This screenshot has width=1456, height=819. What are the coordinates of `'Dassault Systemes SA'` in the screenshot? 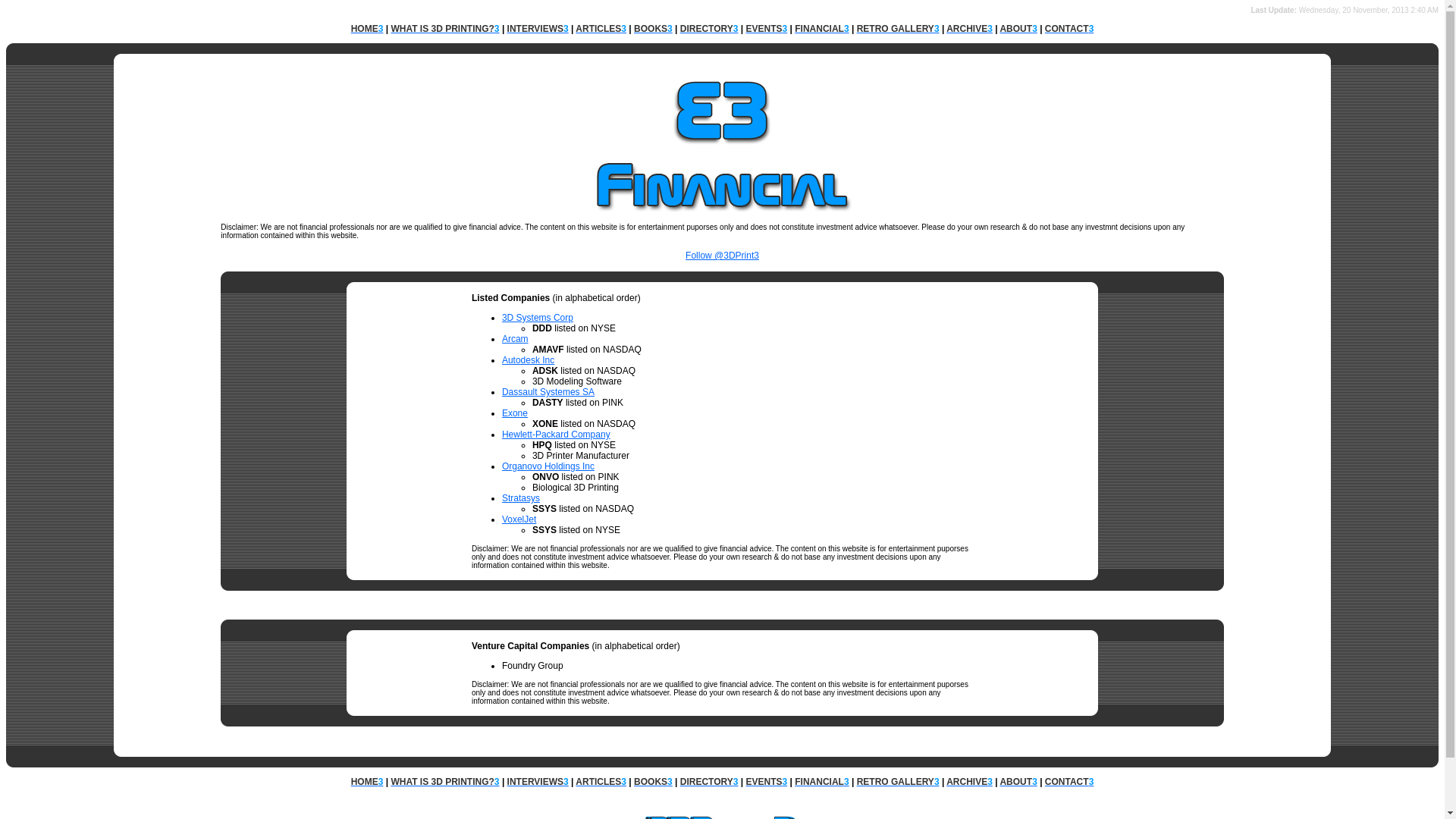 It's located at (548, 391).